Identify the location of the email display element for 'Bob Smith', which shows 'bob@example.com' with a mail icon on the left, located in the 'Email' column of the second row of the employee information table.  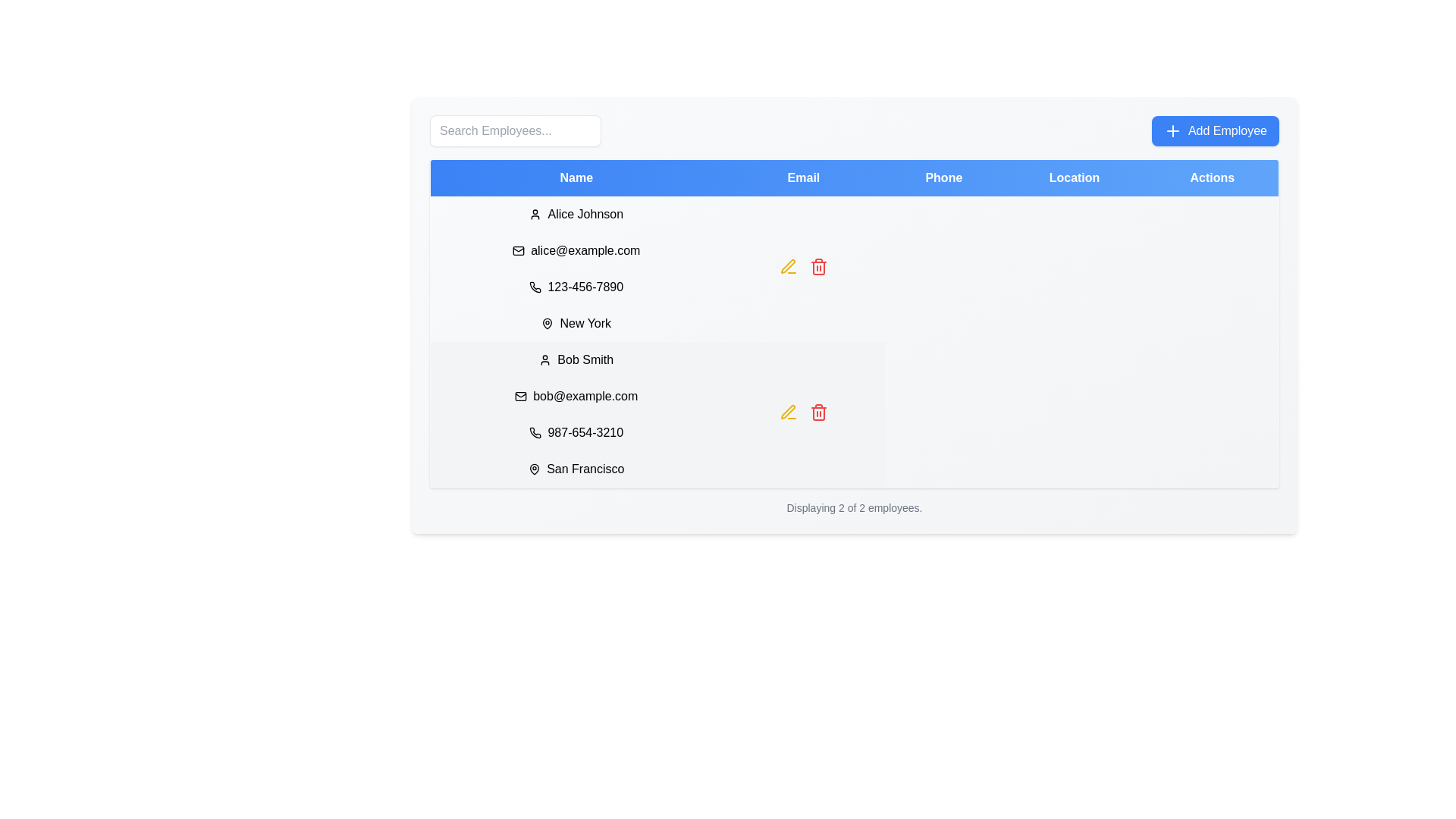
(576, 396).